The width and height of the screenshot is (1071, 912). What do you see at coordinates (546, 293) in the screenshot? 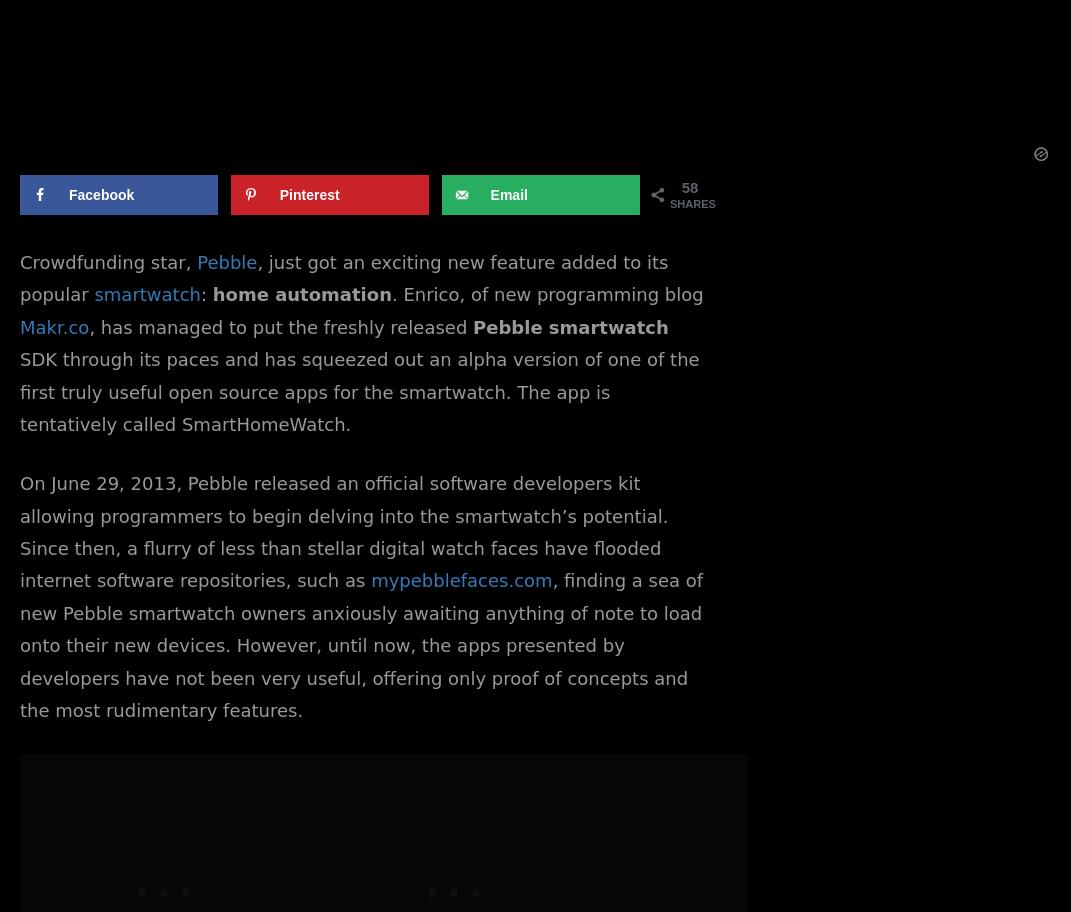
I see `'. Enrico, of new programming blog'` at bounding box center [546, 293].